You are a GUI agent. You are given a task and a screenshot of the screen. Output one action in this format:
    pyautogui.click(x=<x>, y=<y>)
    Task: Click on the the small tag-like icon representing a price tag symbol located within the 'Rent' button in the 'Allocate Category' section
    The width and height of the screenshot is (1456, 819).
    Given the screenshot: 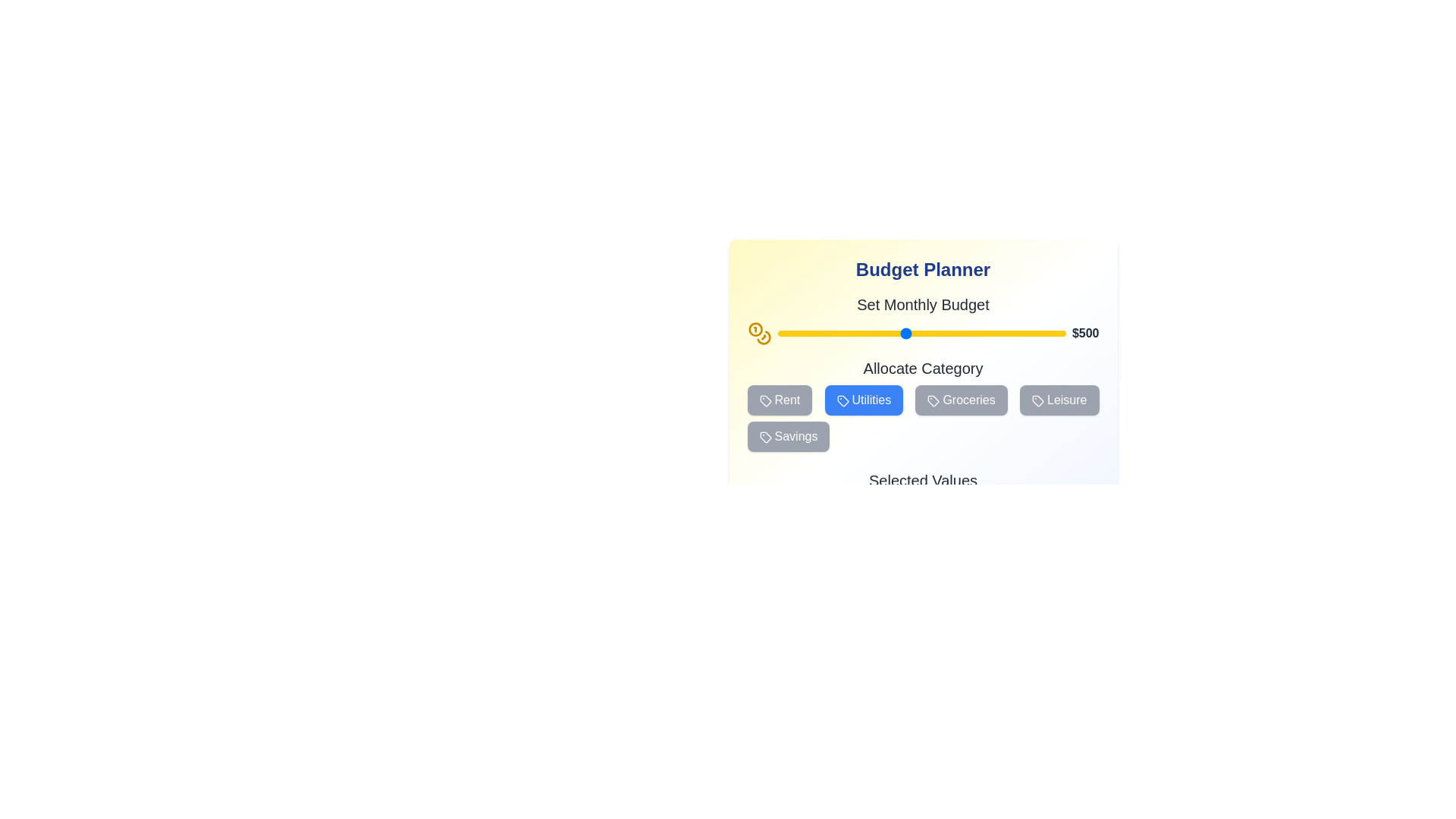 What is the action you would take?
    pyautogui.click(x=765, y=400)
    